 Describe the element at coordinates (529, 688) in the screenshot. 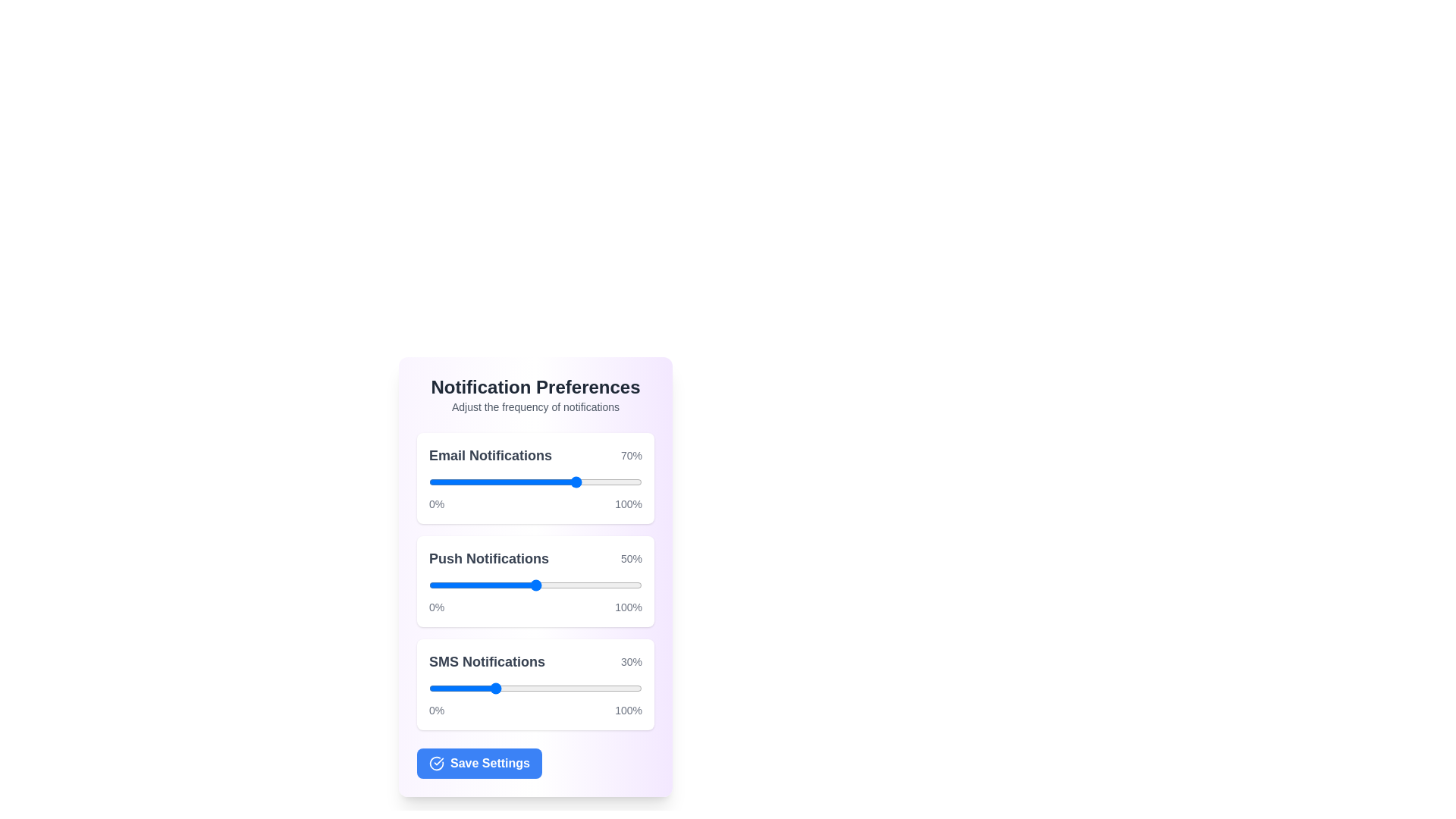

I see `the SMS Notifications slider` at that location.